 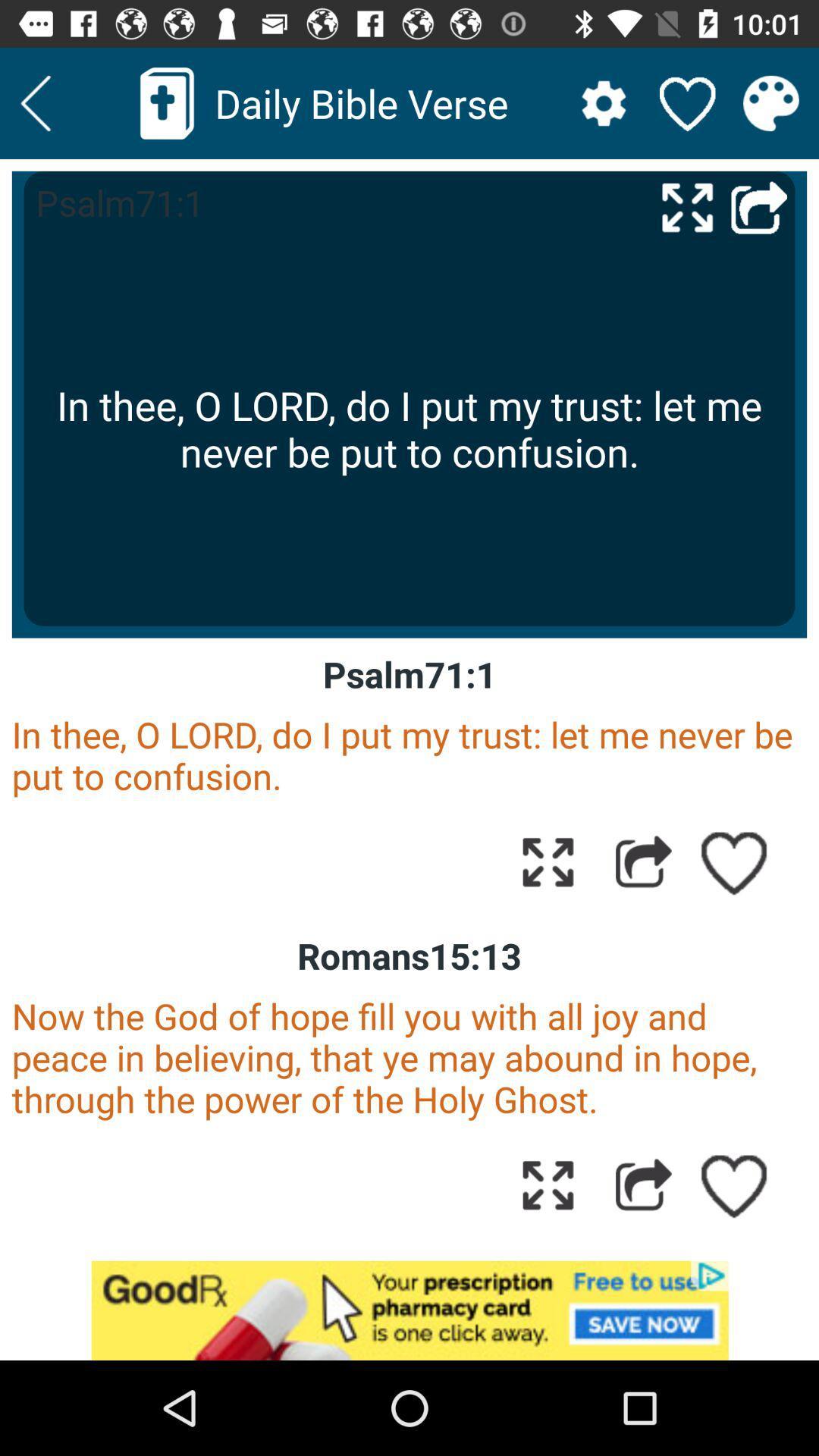 I want to click on shortcut option, so click(x=759, y=206).